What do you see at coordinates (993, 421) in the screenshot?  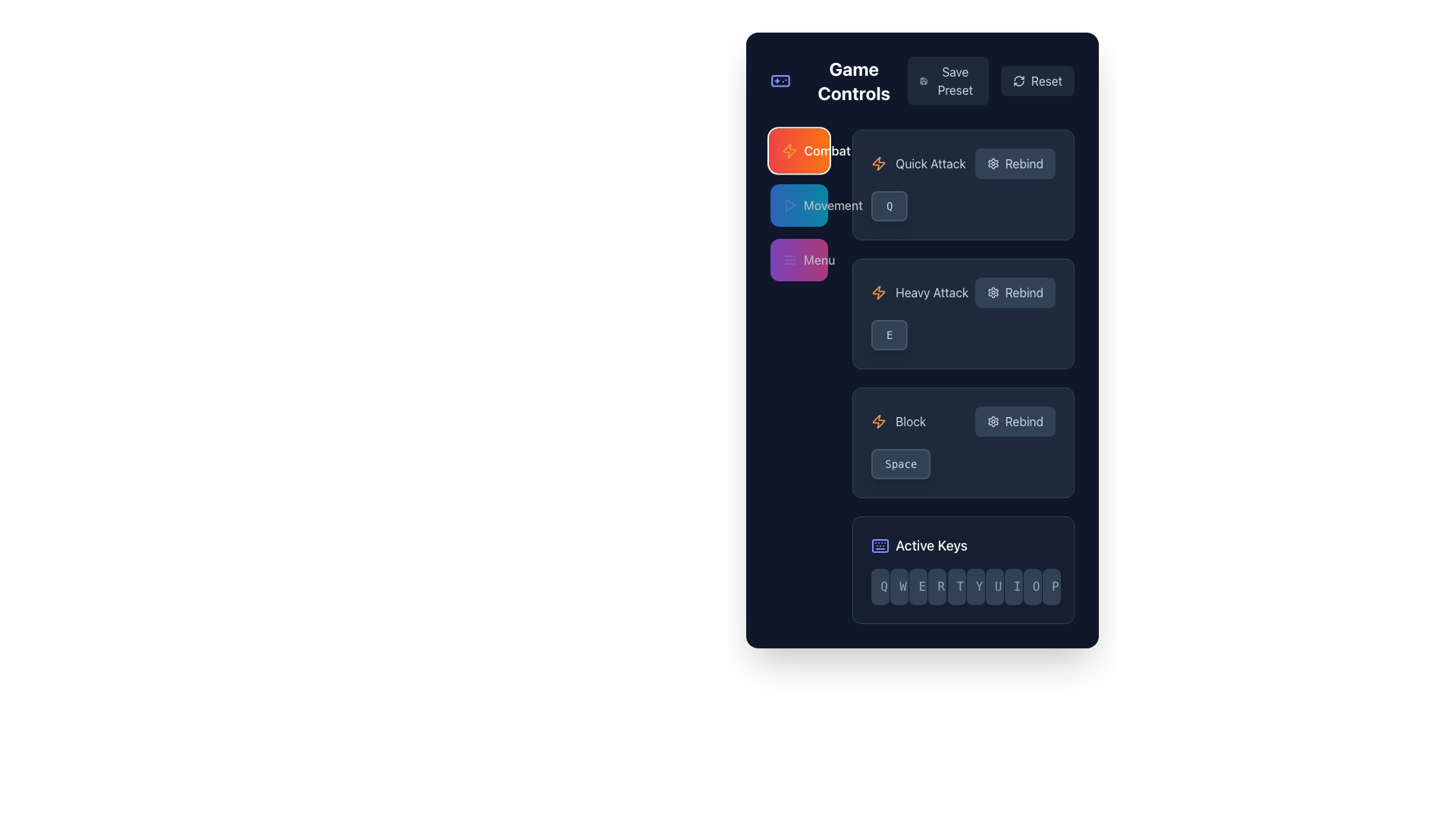 I see `the settings icon located at the right end of the 'Rebind' button in the control settings interface` at bounding box center [993, 421].